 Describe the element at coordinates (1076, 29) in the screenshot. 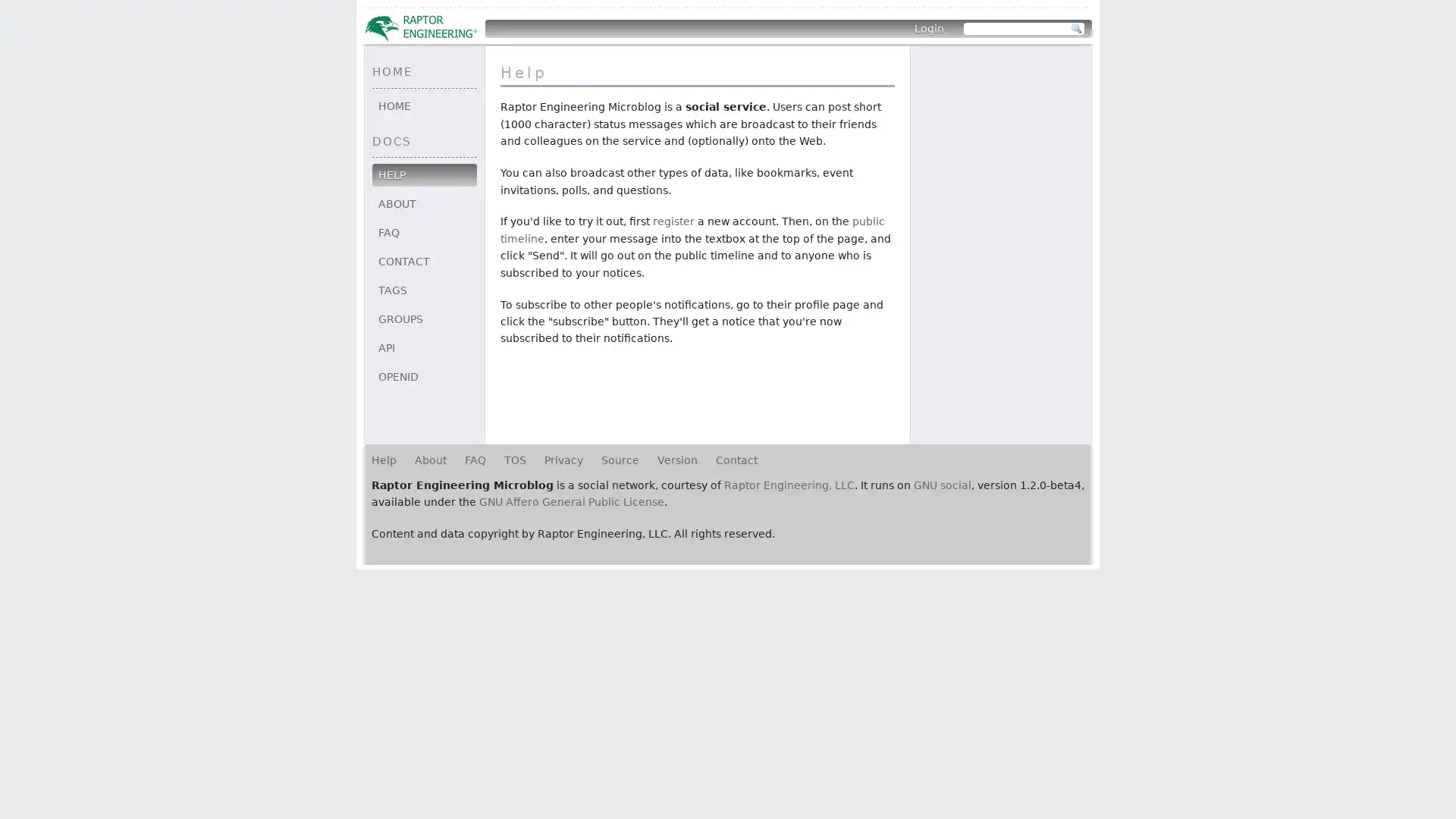

I see `Search` at that location.